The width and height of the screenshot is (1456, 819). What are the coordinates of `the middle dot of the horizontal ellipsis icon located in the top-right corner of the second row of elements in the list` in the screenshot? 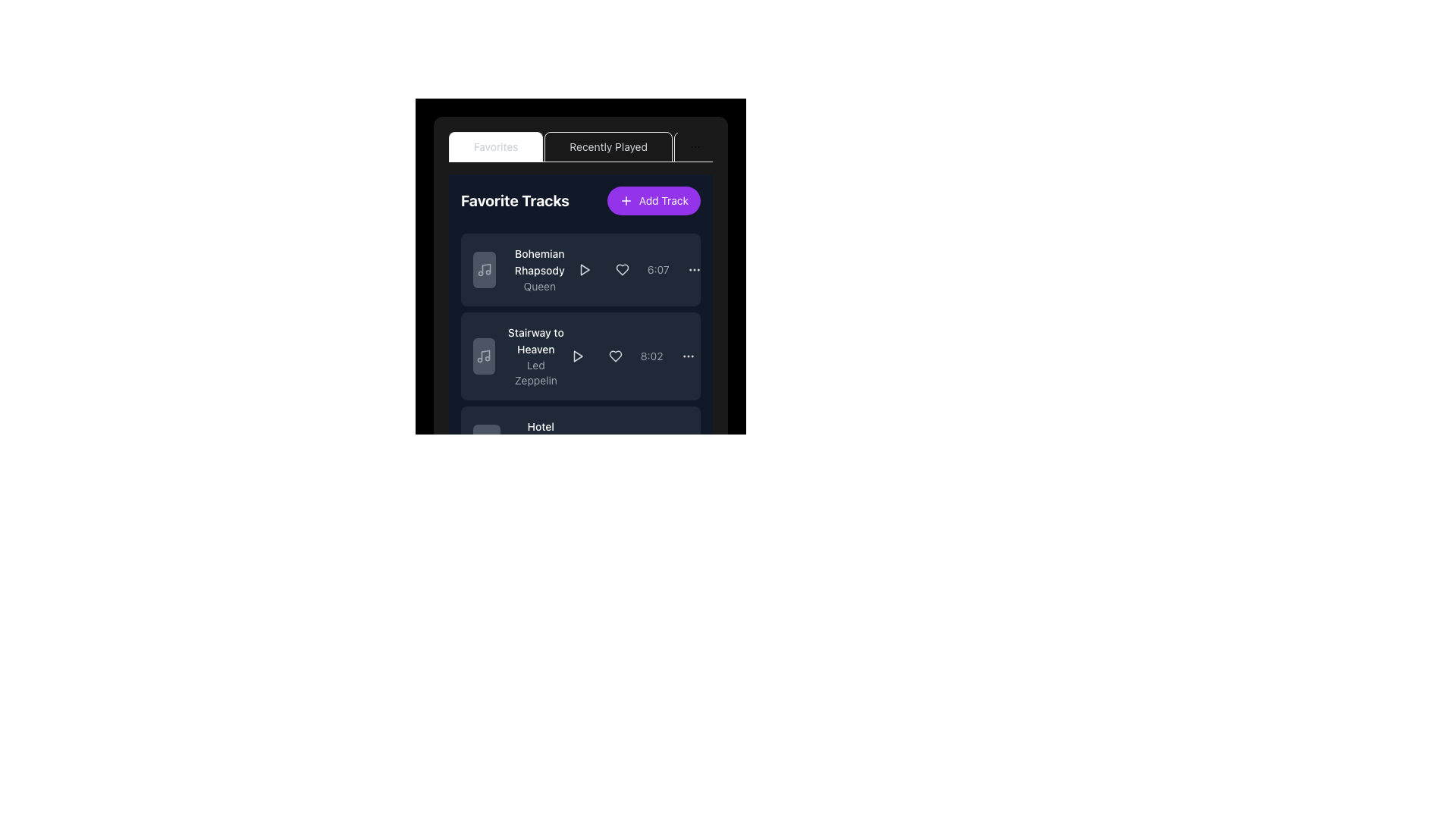 It's located at (687, 356).